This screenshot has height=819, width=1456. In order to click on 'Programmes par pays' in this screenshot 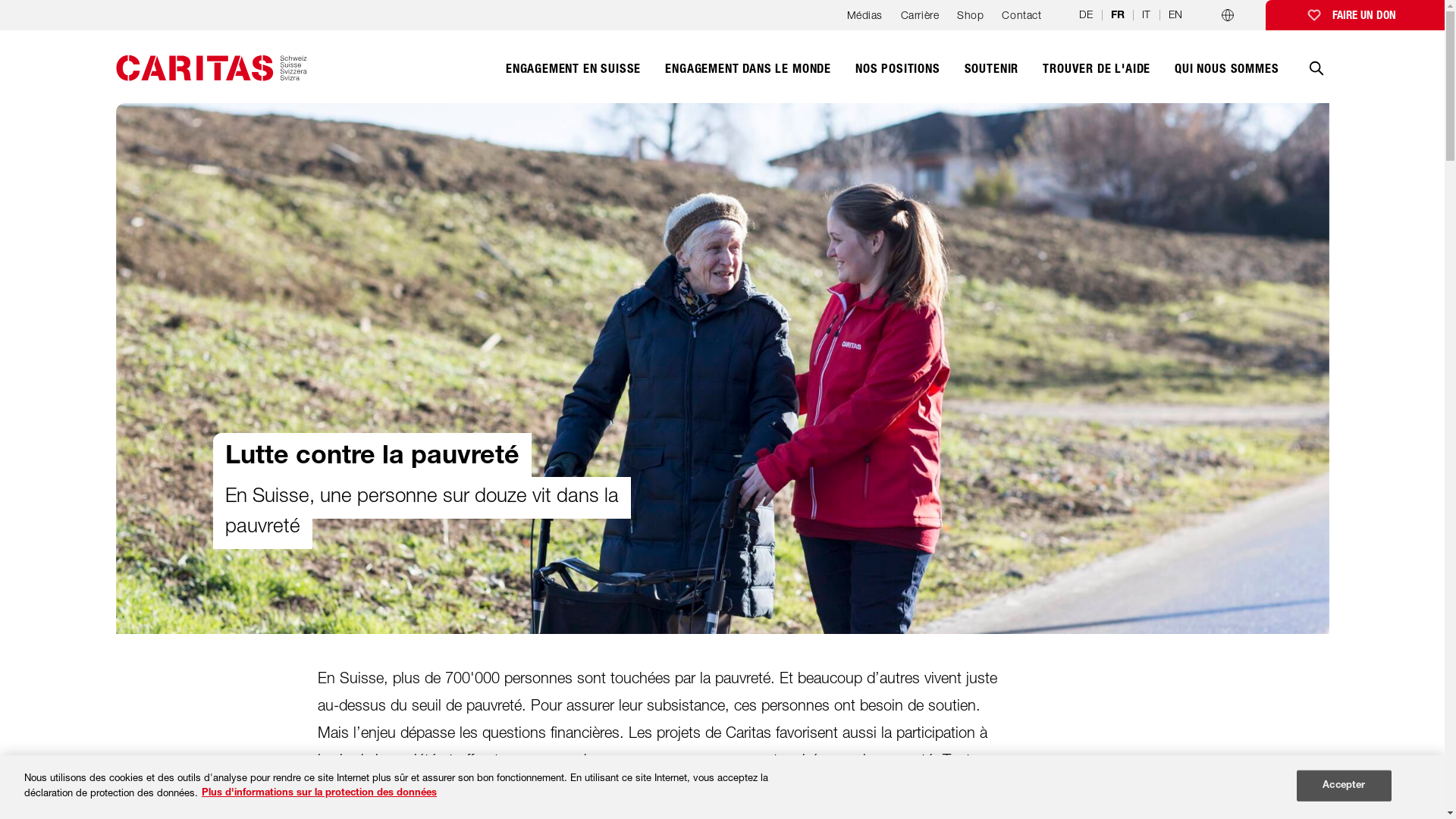, I will do `click(1227, 14)`.